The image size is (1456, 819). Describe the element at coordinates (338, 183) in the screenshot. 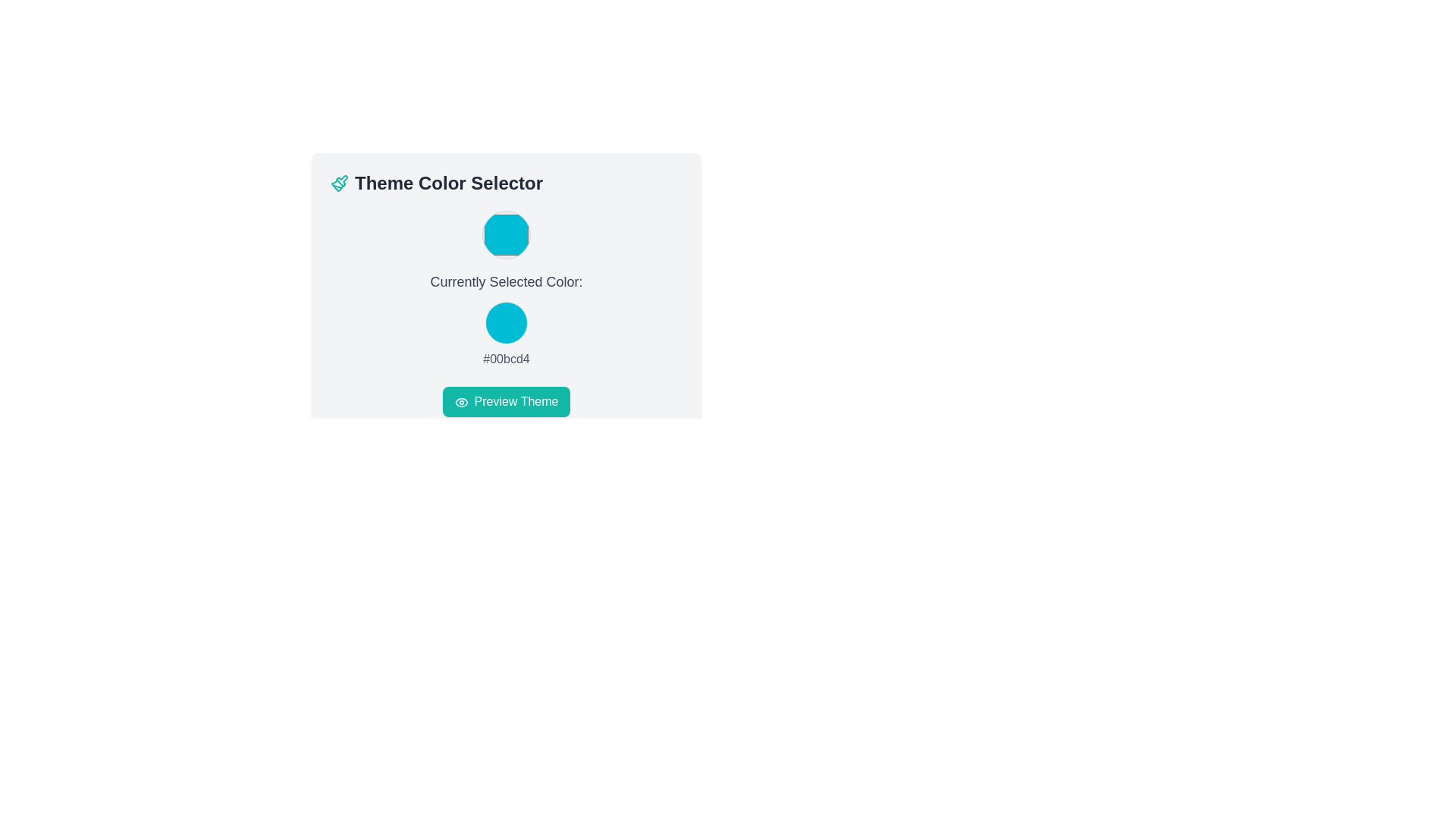

I see `the teal paintbrush icon located to the left of the 'Theme Color Selector' text` at that location.